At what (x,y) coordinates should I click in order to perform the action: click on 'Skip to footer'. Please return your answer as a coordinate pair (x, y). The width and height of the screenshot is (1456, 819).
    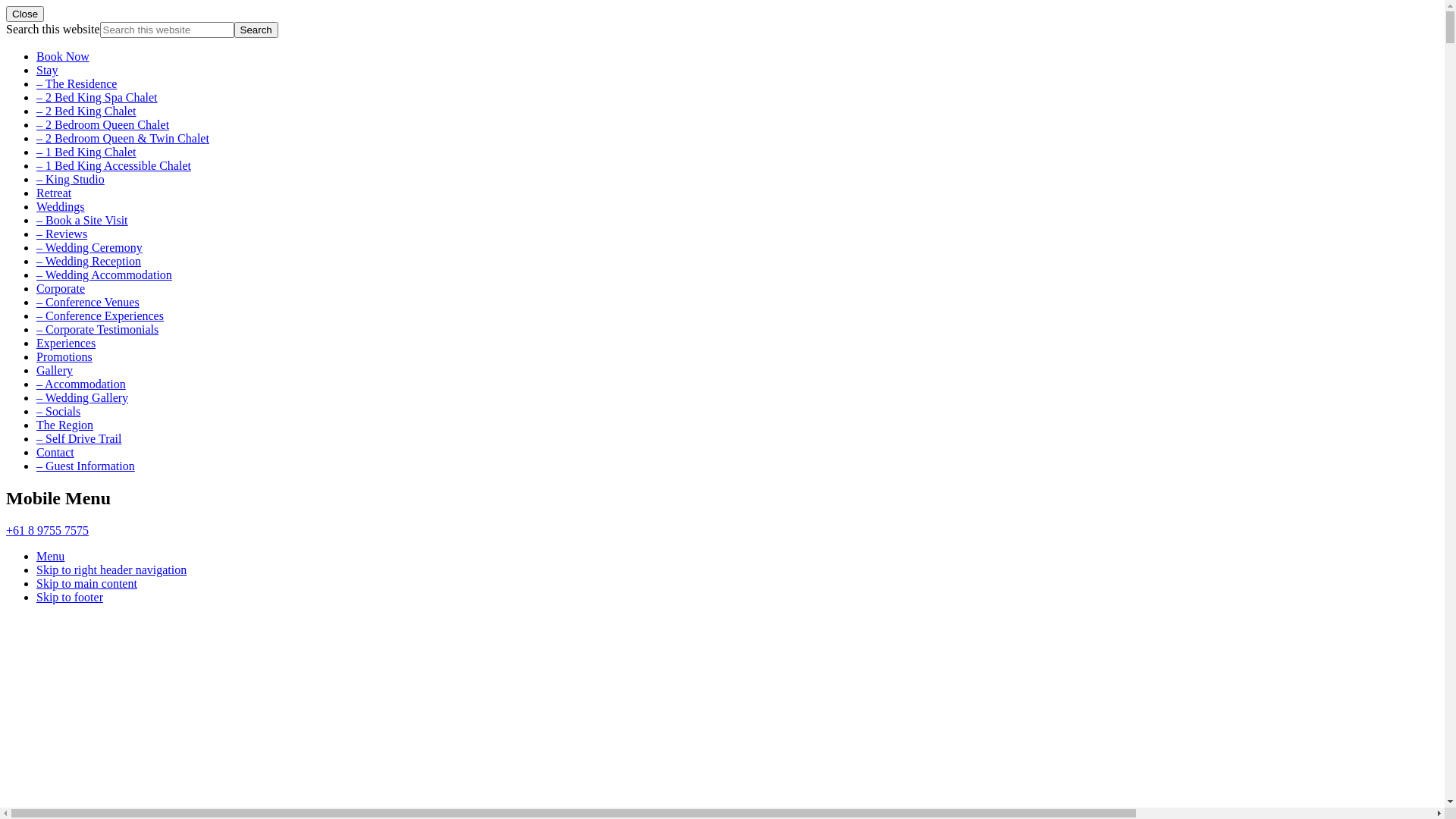
    Looking at the image, I should click on (68, 596).